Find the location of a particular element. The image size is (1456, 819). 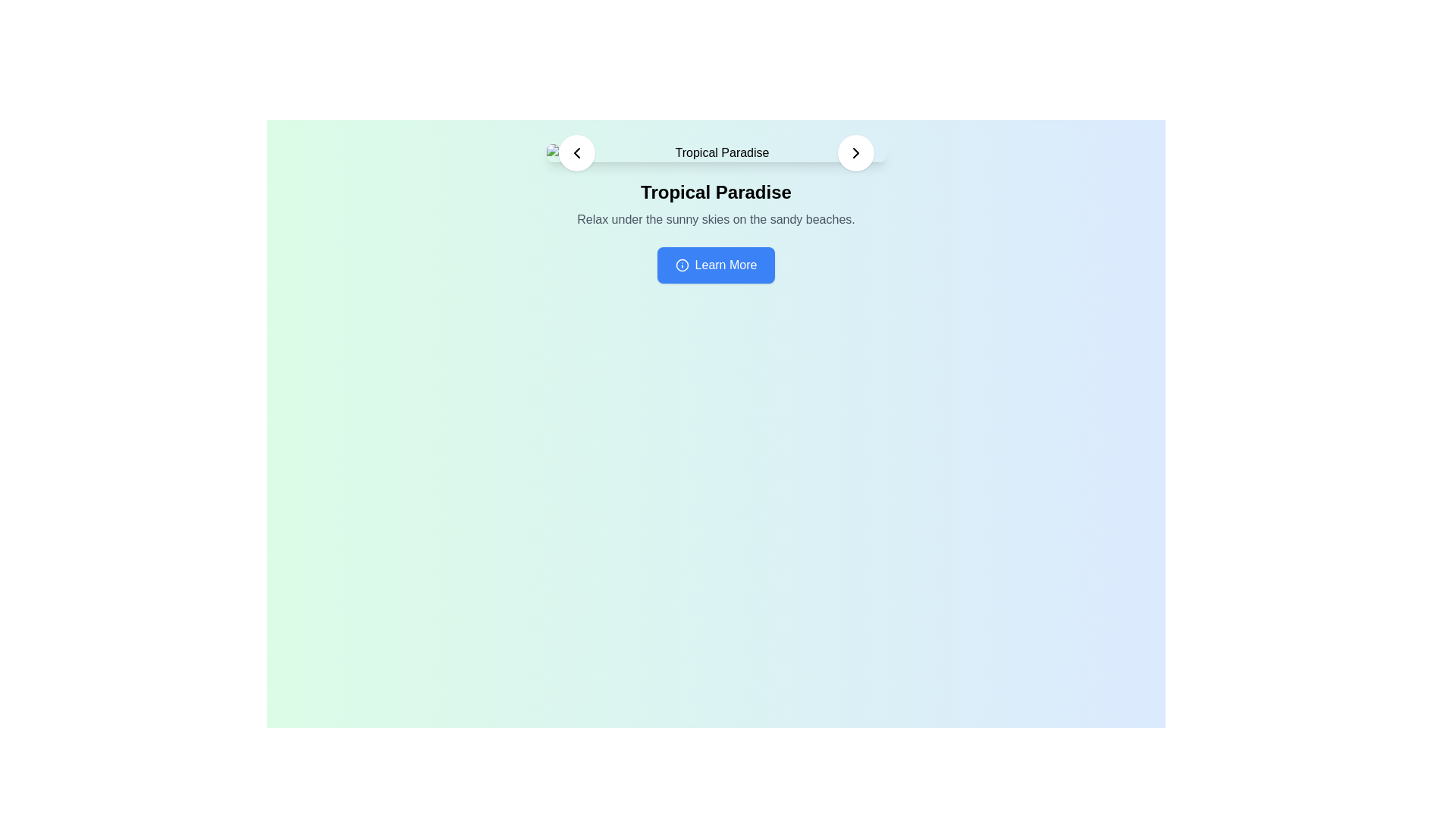

the round button with a white background and black chevron pointing to the right is located at coordinates (855, 152).